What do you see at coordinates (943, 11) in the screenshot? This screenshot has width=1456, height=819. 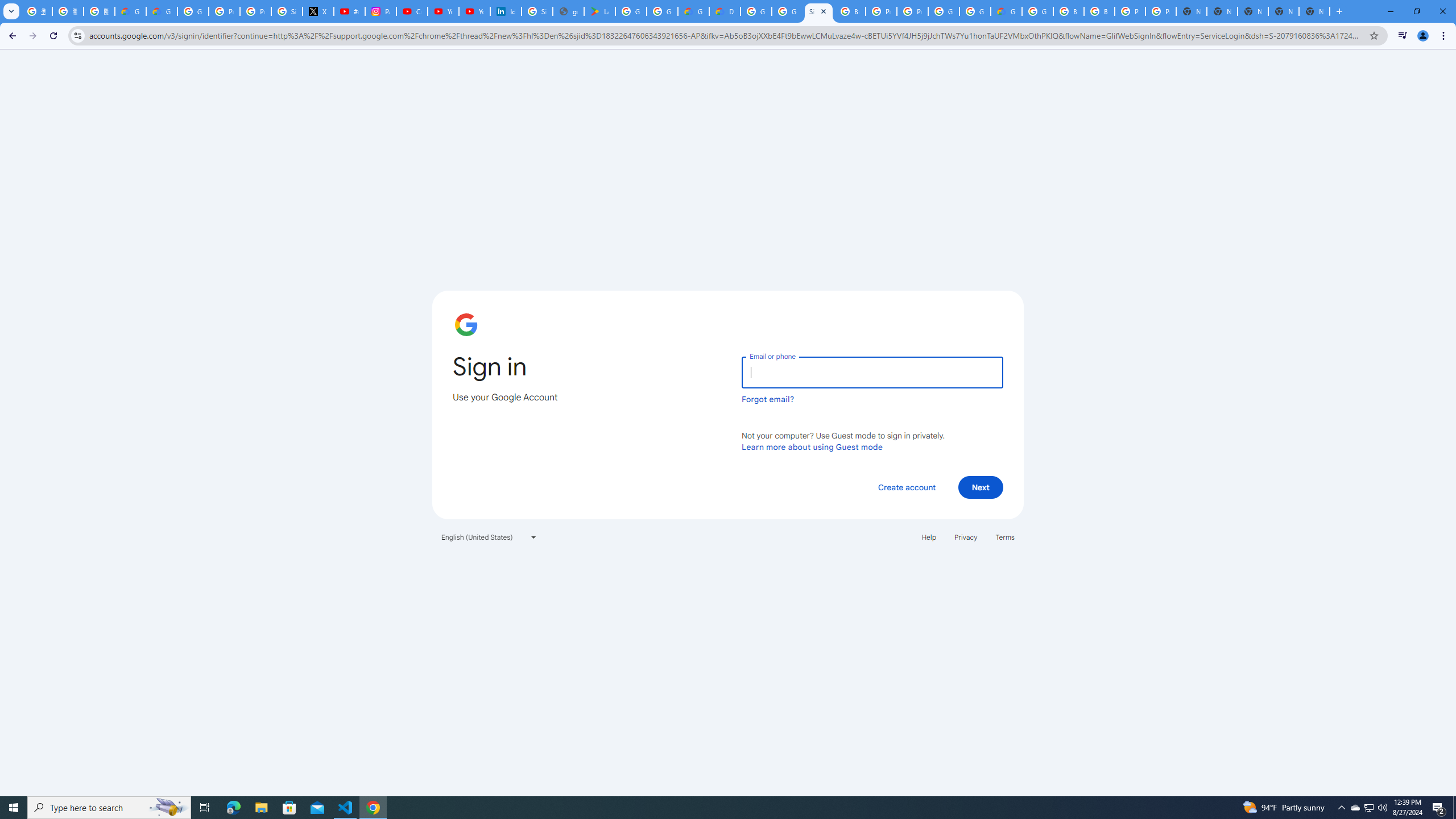 I see `'Google Cloud Platform'` at bounding box center [943, 11].